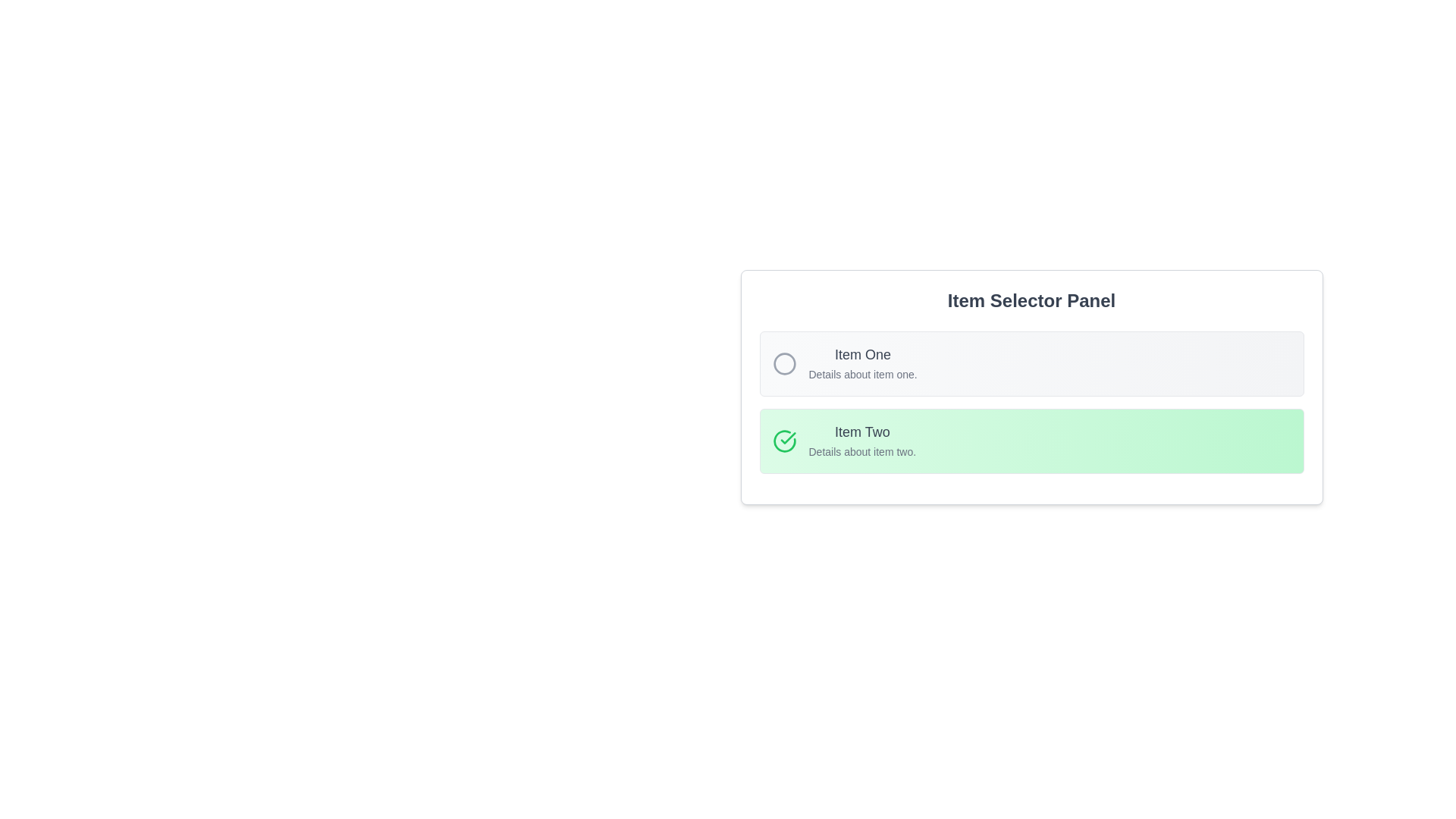 This screenshot has width=1456, height=819. Describe the element at coordinates (1031, 441) in the screenshot. I see `to select the 'Item Two' option in the 'Item Selector Panel', which is visually represented with a green checkmark and highlighted appearance` at that location.